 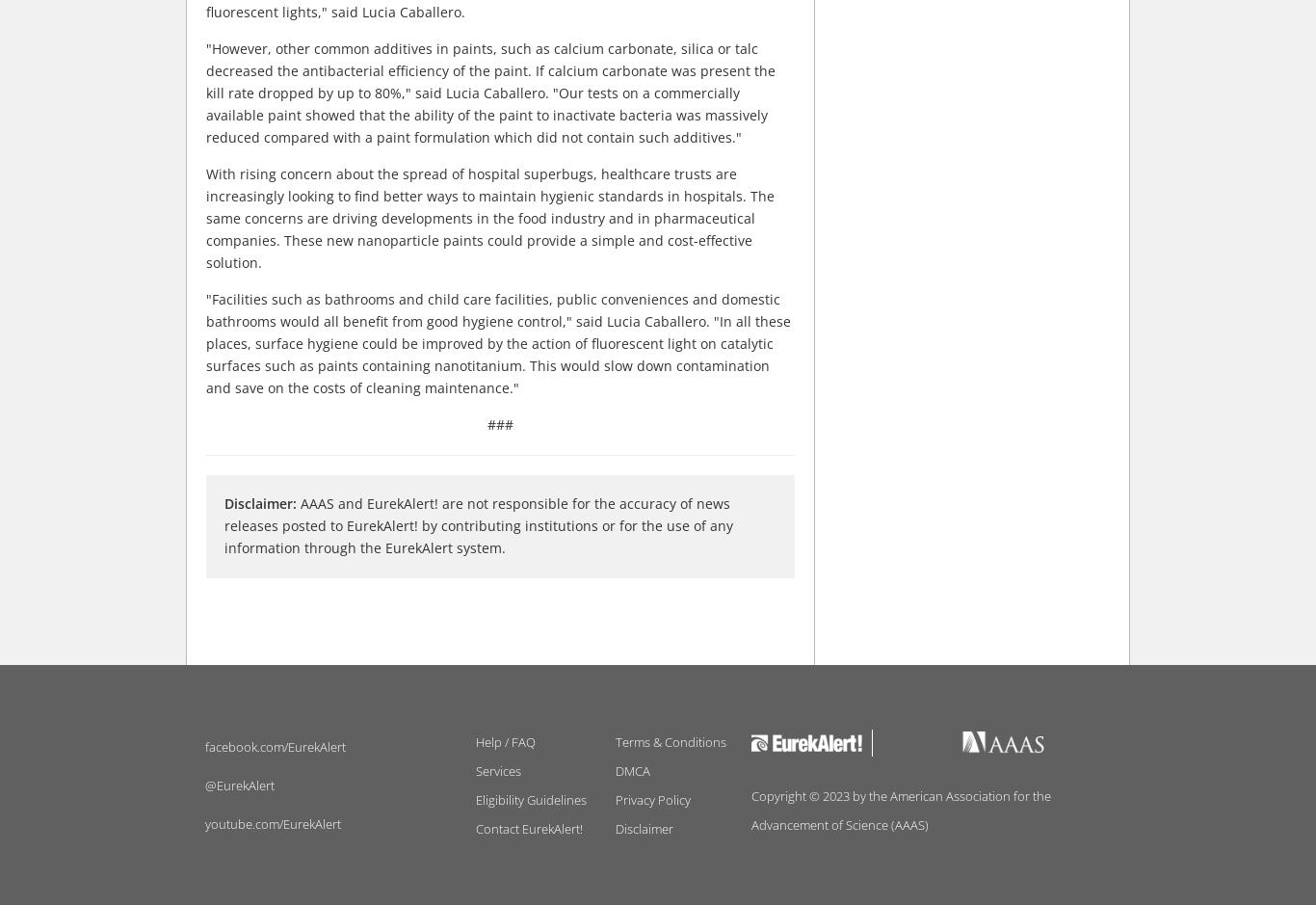 What do you see at coordinates (671, 740) in the screenshot?
I see `'Terms & Conditions'` at bounding box center [671, 740].